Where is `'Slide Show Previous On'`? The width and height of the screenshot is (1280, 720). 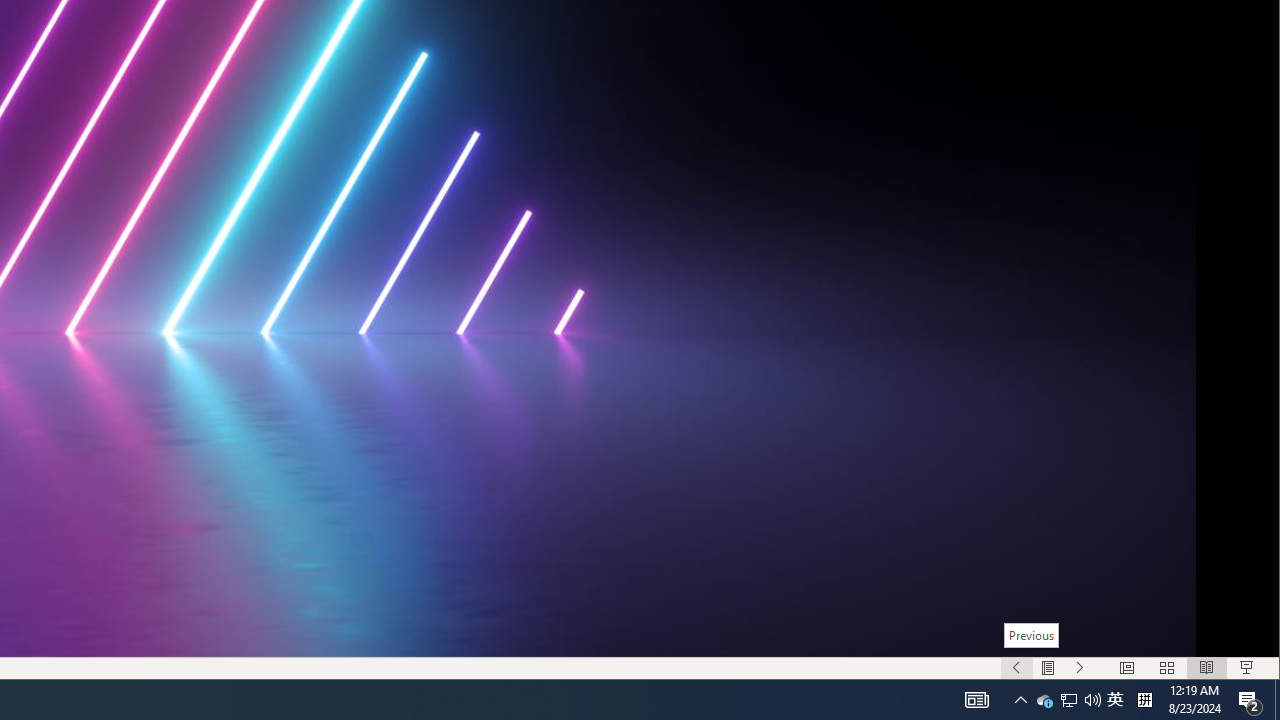
'Slide Show Previous On' is located at coordinates (1016, 668).